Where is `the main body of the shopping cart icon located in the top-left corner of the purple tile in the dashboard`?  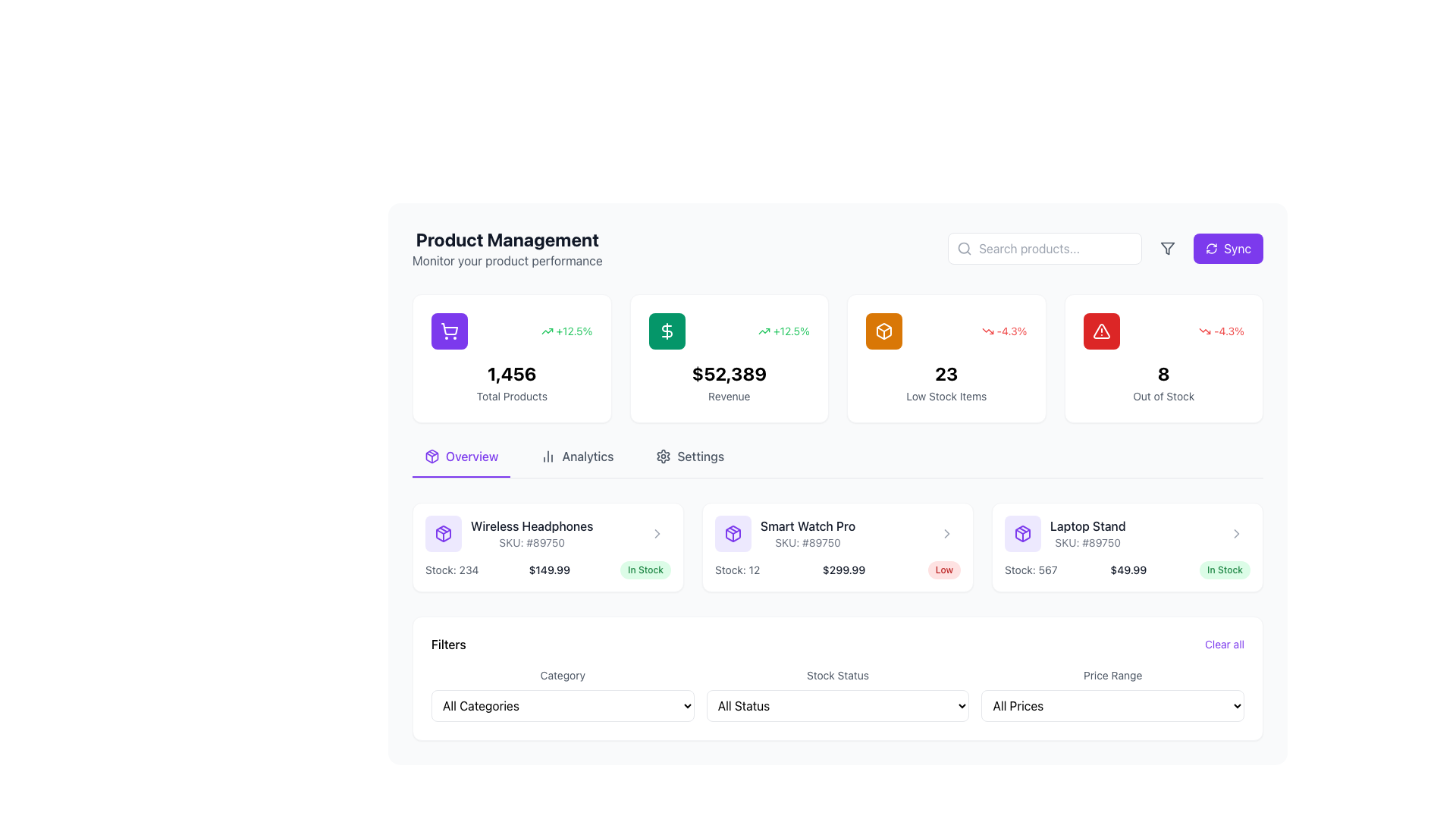
the main body of the shopping cart icon located in the top-left corner of the purple tile in the dashboard is located at coordinates (449, 328).